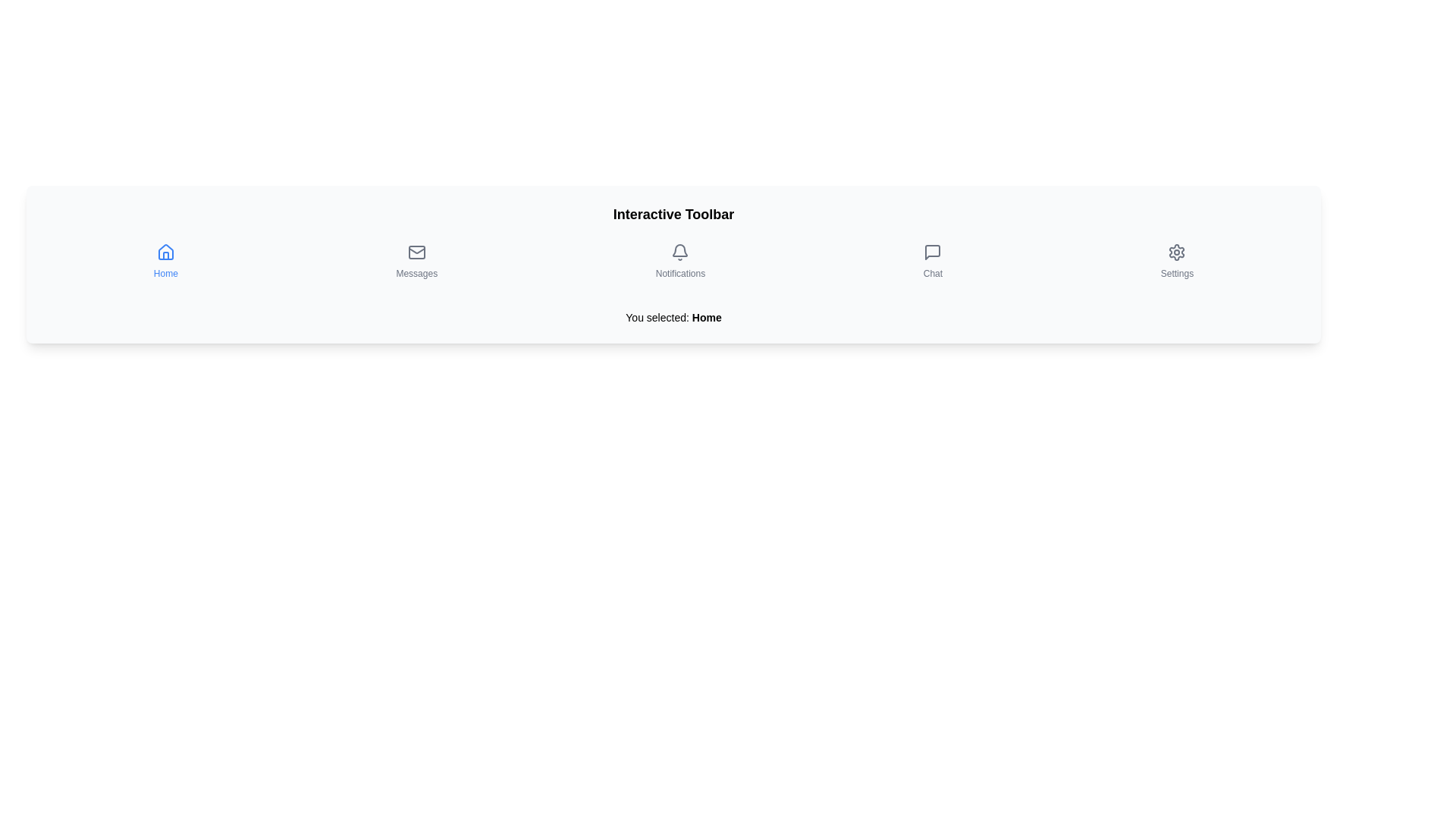  Describe the element at coordinates (416, 274) in the screenshot. I see `the 'Messages' text label located below the envelope icon on the interactive toolbar` at that location.